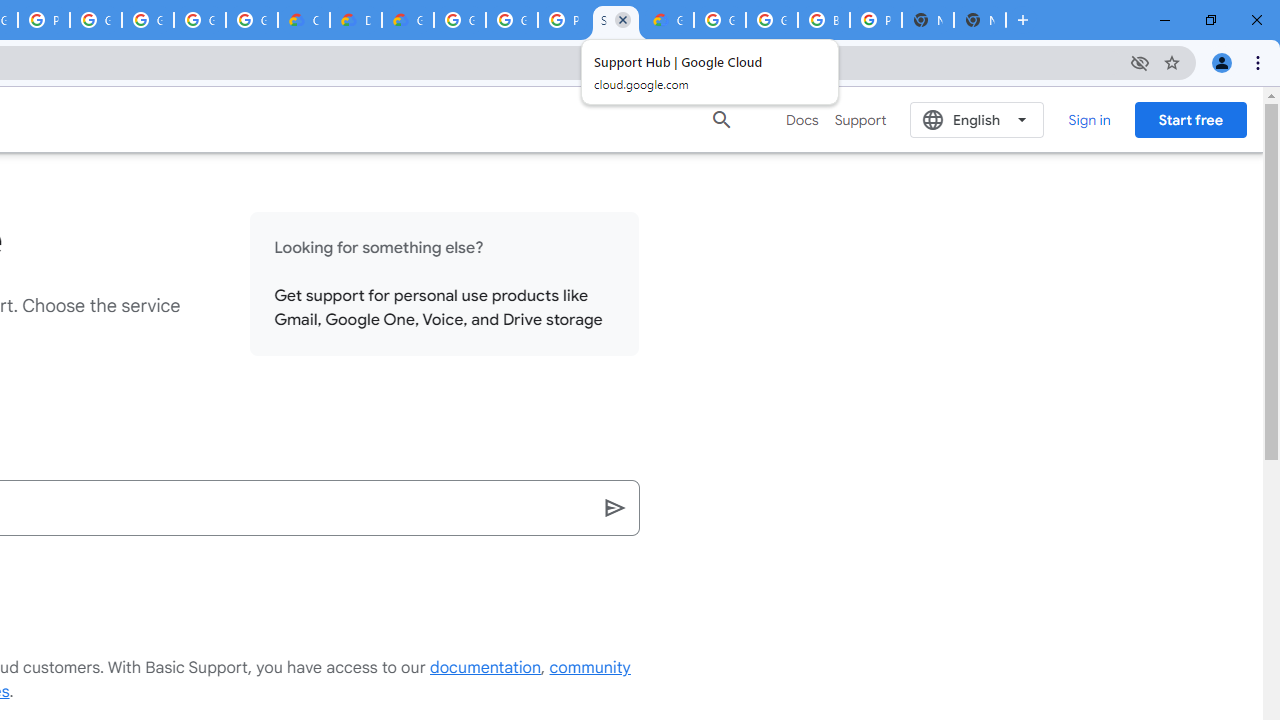  What do you see at coordinates (303, 20) in the screenshot?
I see `'Customer Care | Google Cloud'` at bounding box center [303, 20].